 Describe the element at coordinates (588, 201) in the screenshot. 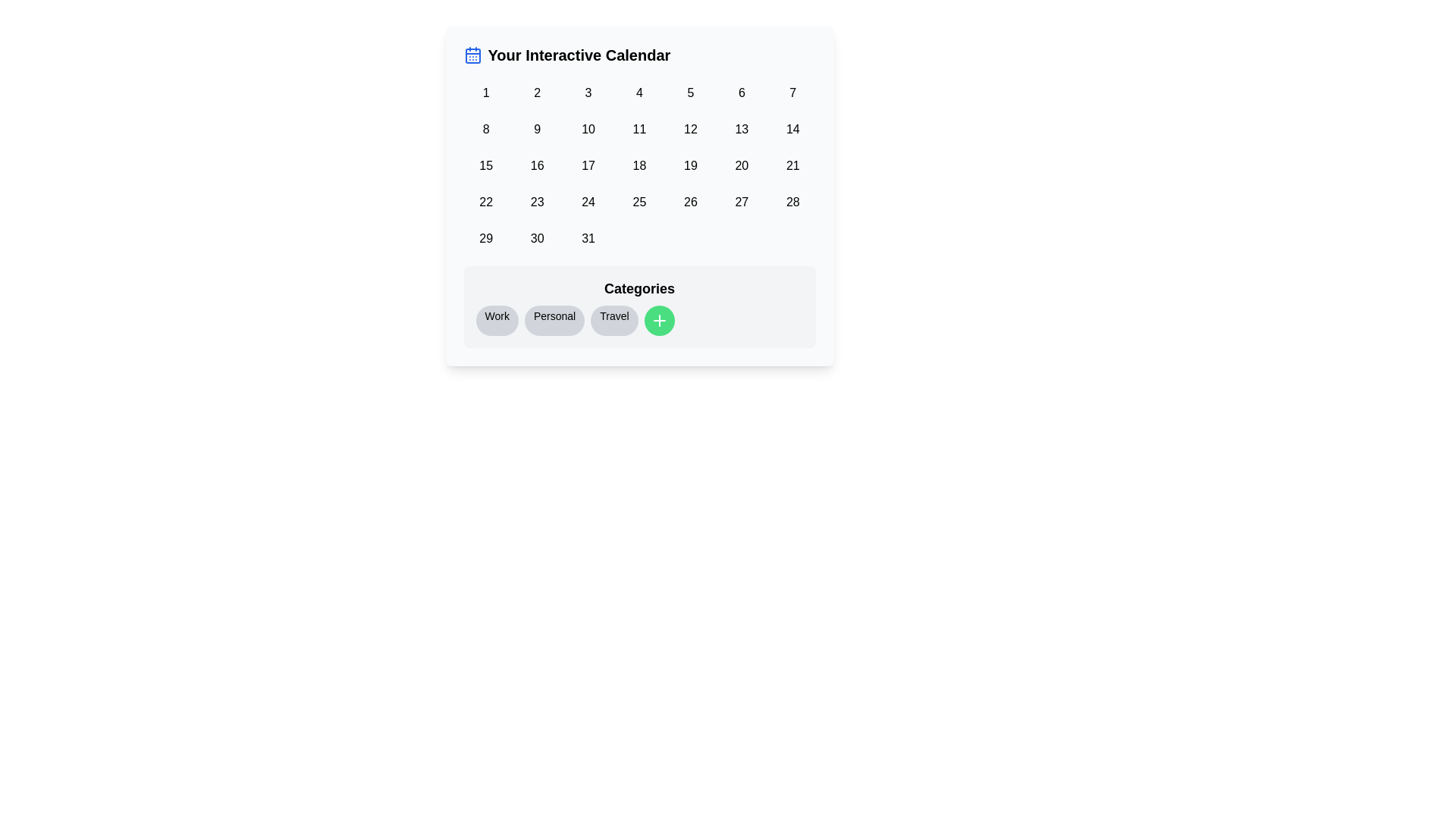

I see `the selectable date button '24' in the calendar interface to focus on it` at that location.